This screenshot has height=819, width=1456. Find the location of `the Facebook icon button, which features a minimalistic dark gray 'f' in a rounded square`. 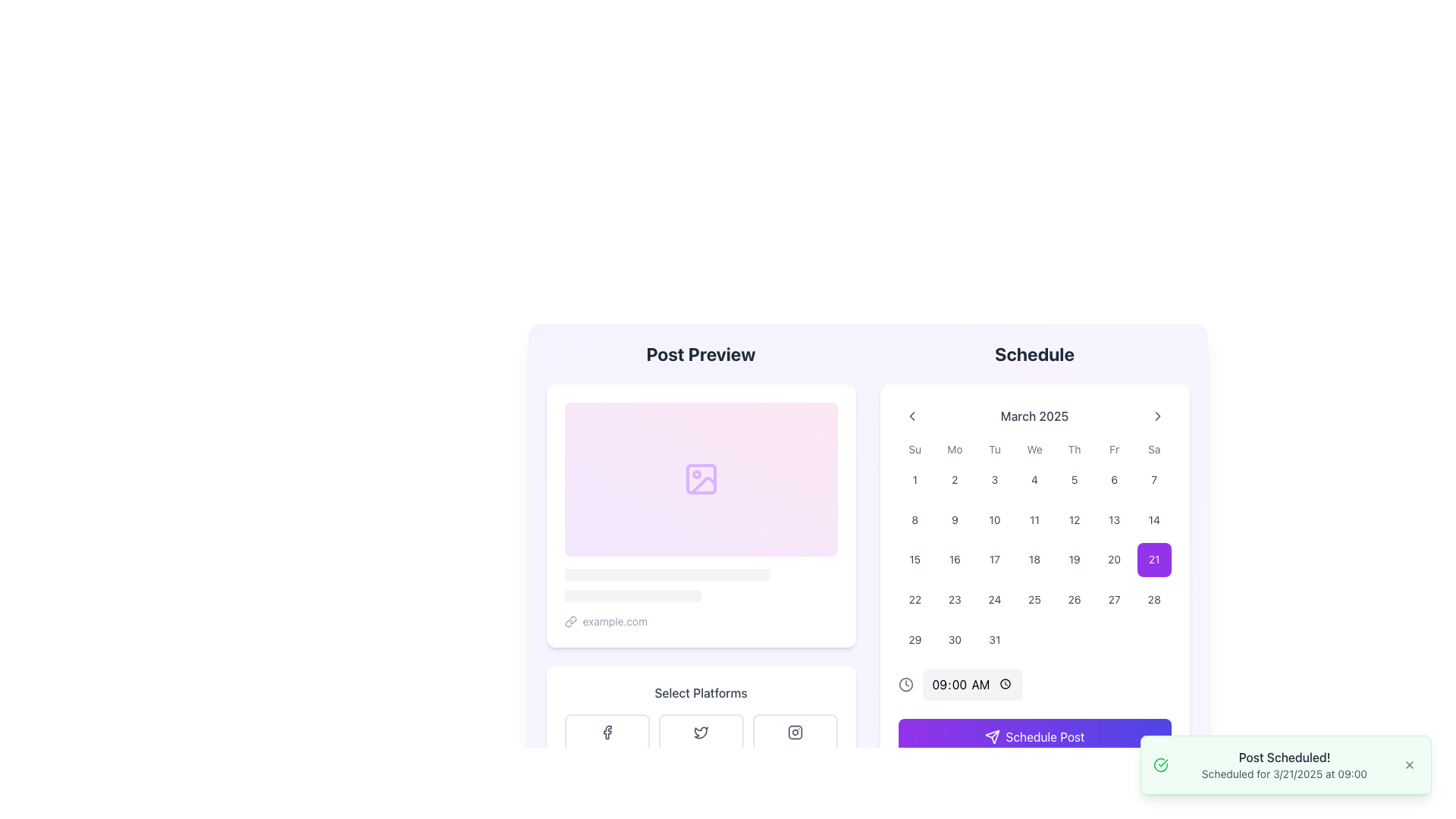

the Facebook icon button, which features a minimalistic dark gray 'f' in a rounded square is located at coordinates (607, 731).